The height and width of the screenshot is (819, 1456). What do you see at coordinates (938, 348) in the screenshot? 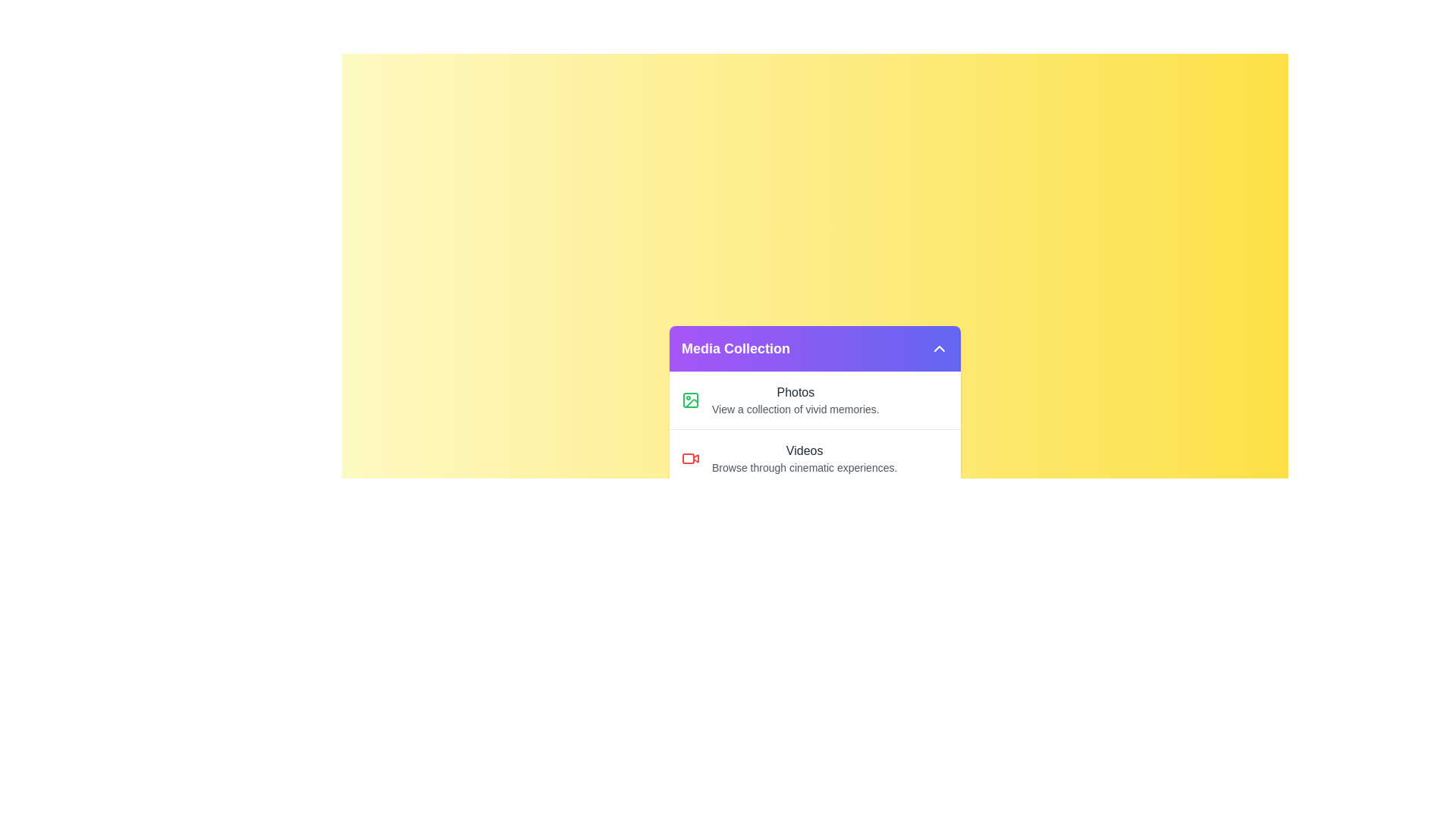
I see `header button to toggle the menu visibility` at bounding box center [938, 348].